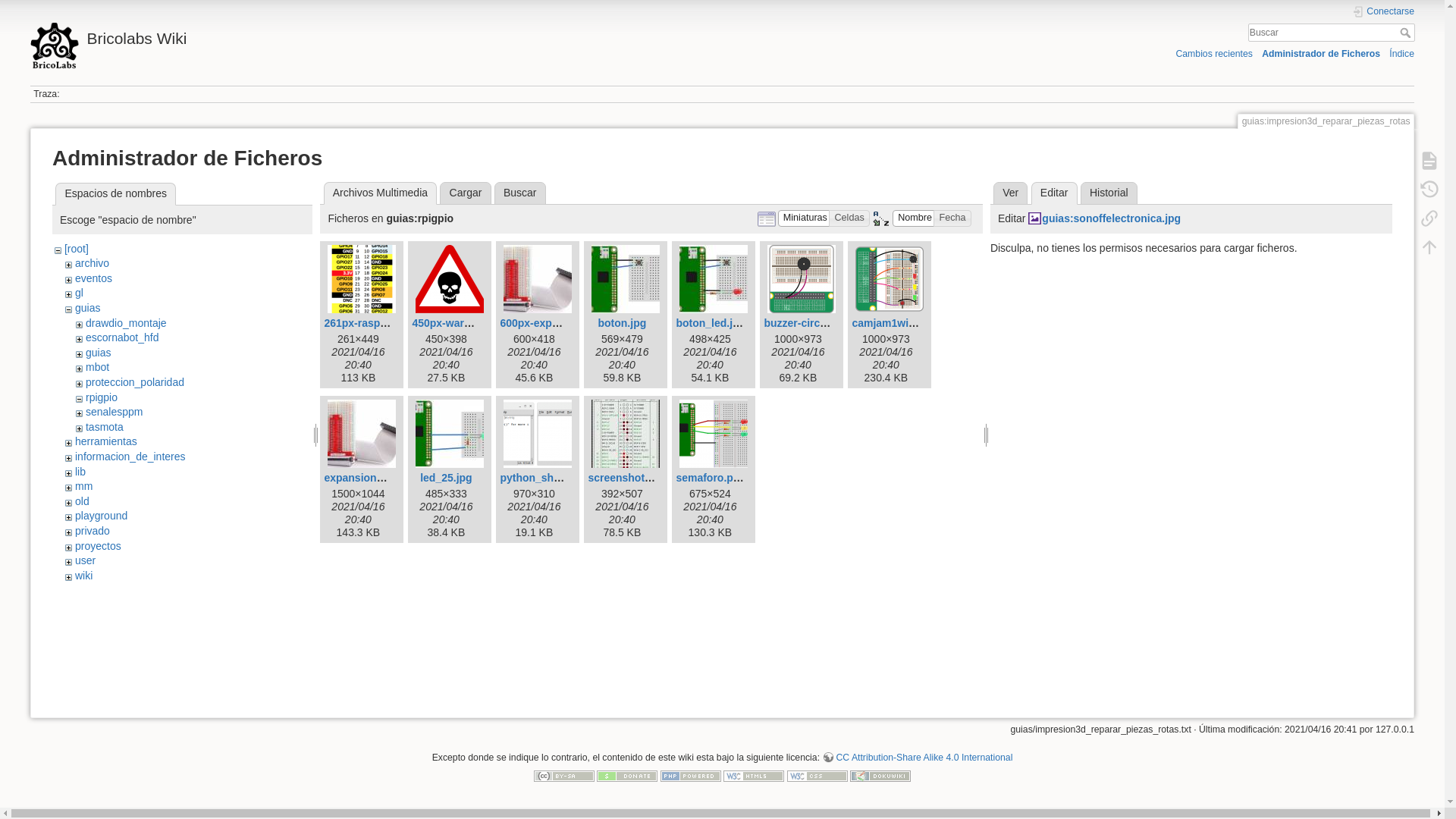 Image resolution: width=1456 pixels, height=819 pixels. I want to click on 'rpigpio', so click(101, 397).